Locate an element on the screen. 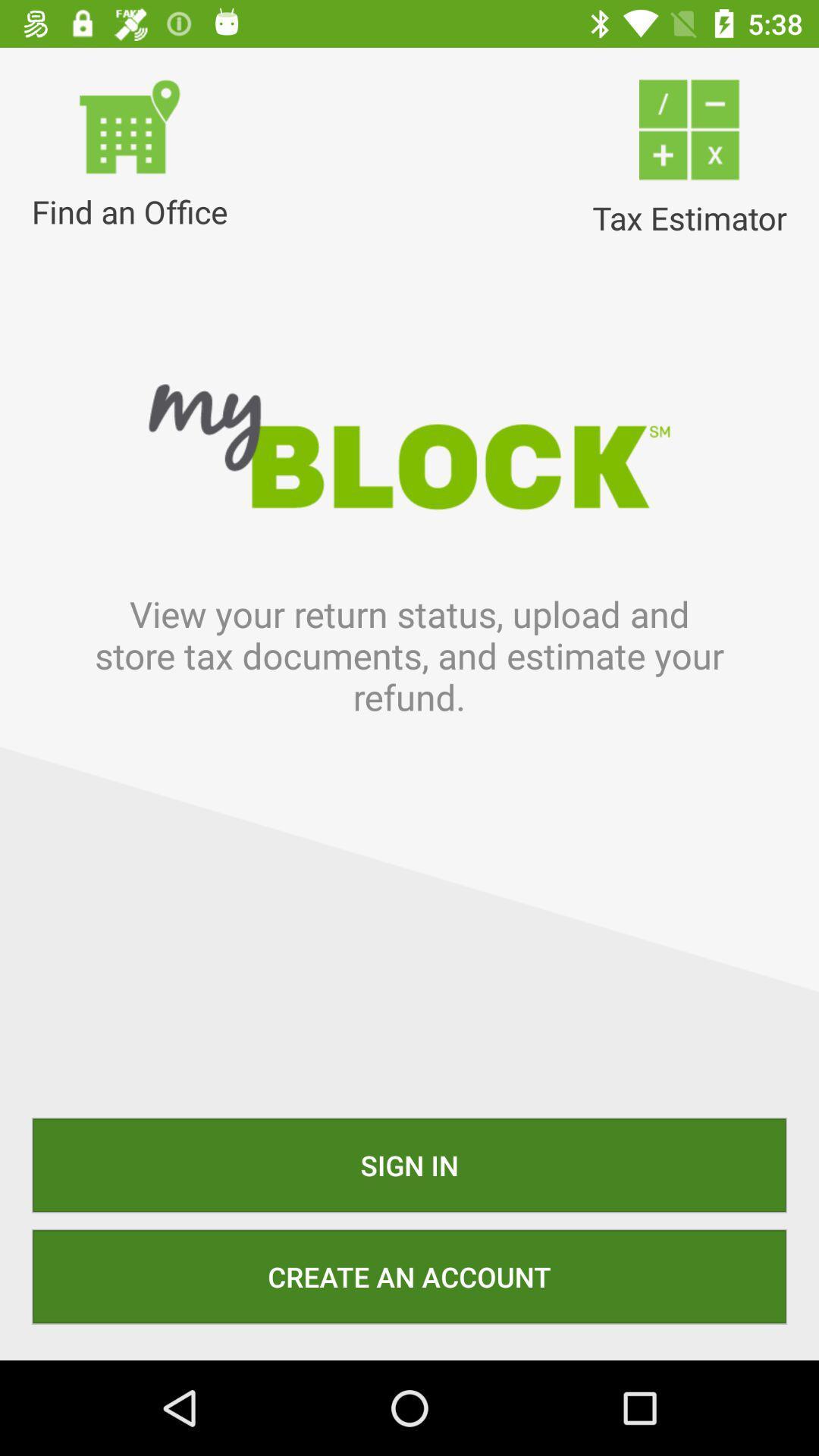 The image size is (819, 1456). item above the create an account item is located at coordinates (409, 1164).